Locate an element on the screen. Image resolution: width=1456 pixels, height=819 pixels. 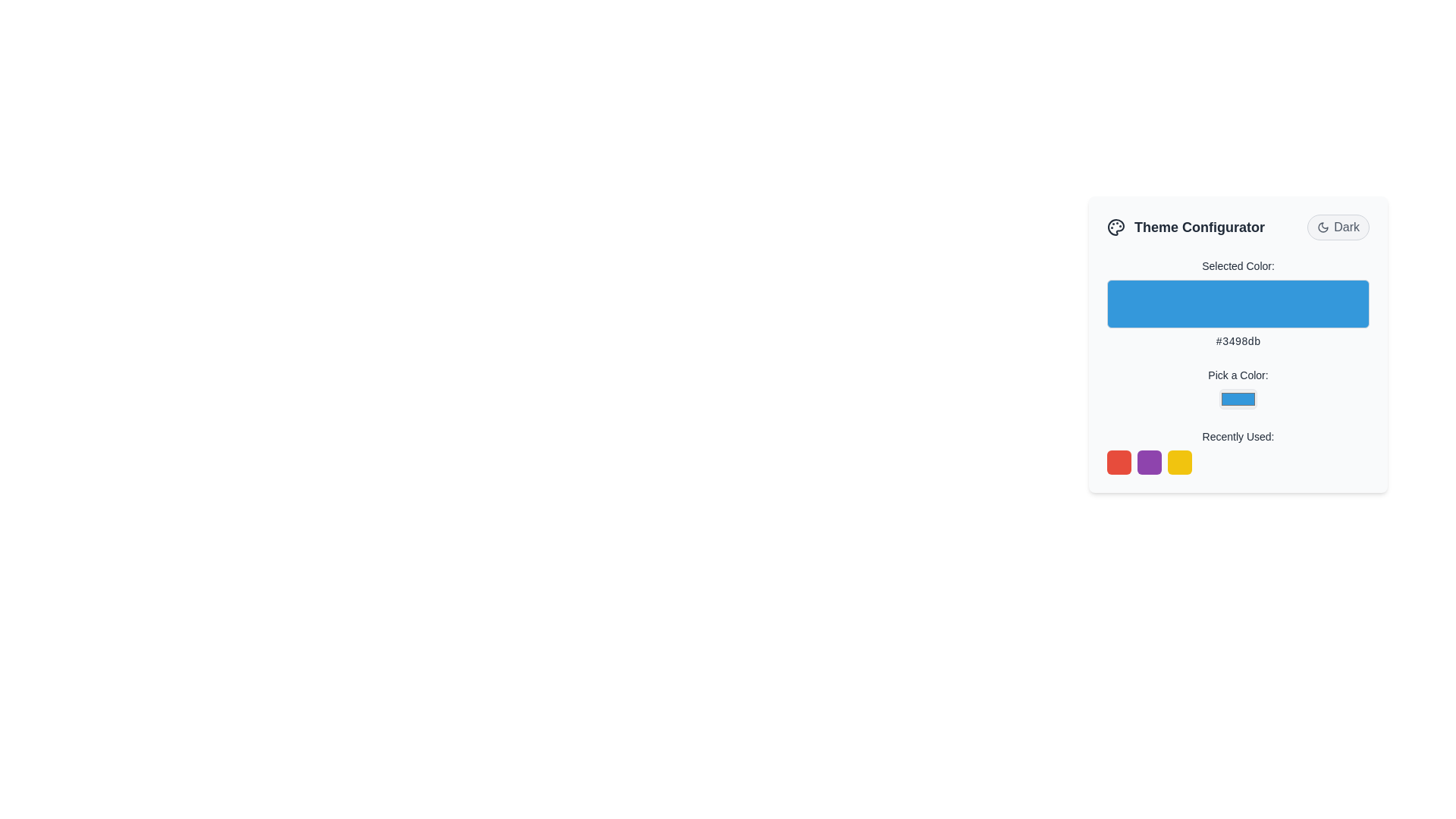
the 'Dark Mode' icon located to the left of the text 'Dark' in the theme configuration options at the top-right corner of the theme configuration card is located at coordinates (1323, 227).